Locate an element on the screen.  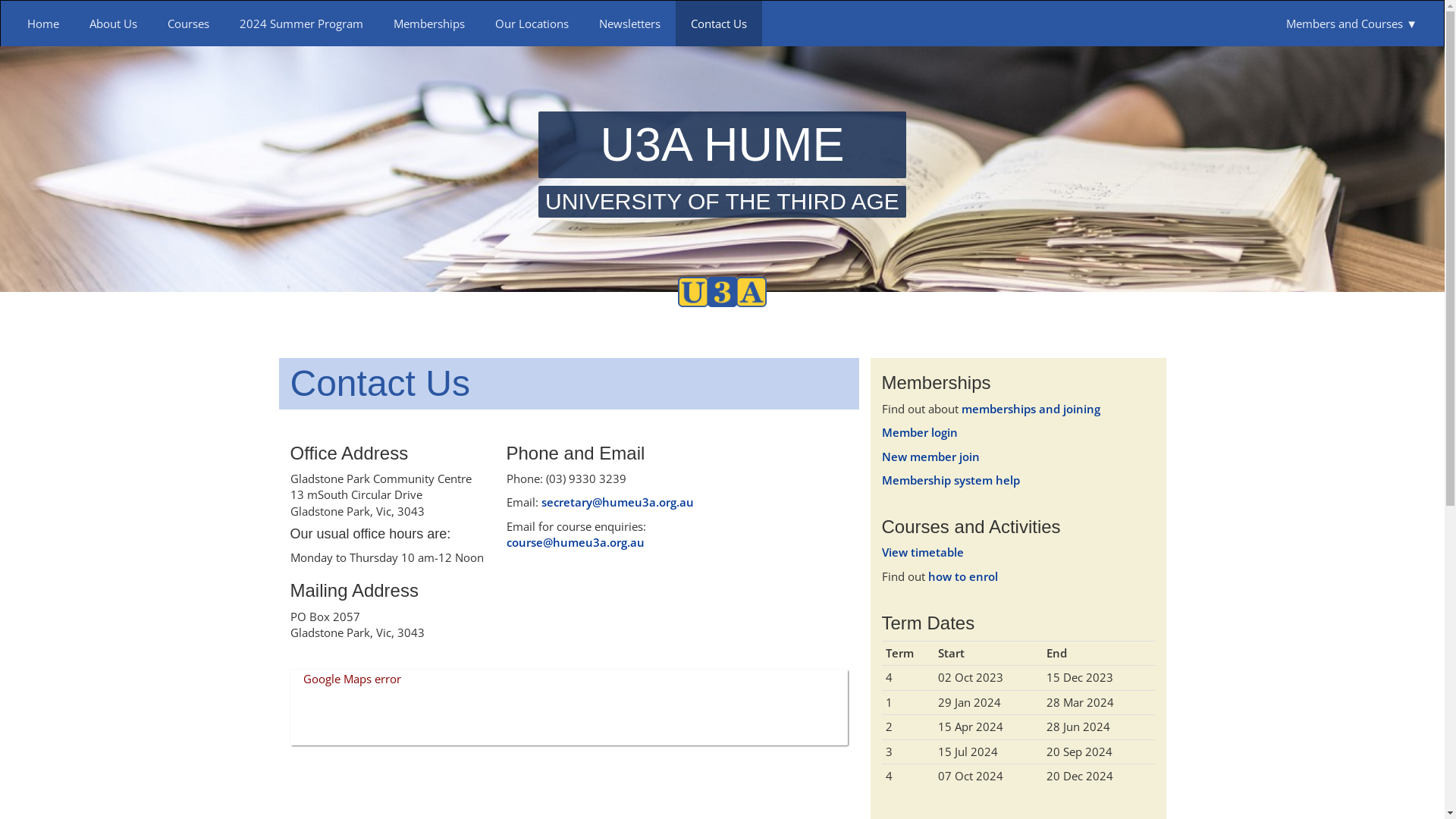
'View timetable' is located at coordinates (921, 552).